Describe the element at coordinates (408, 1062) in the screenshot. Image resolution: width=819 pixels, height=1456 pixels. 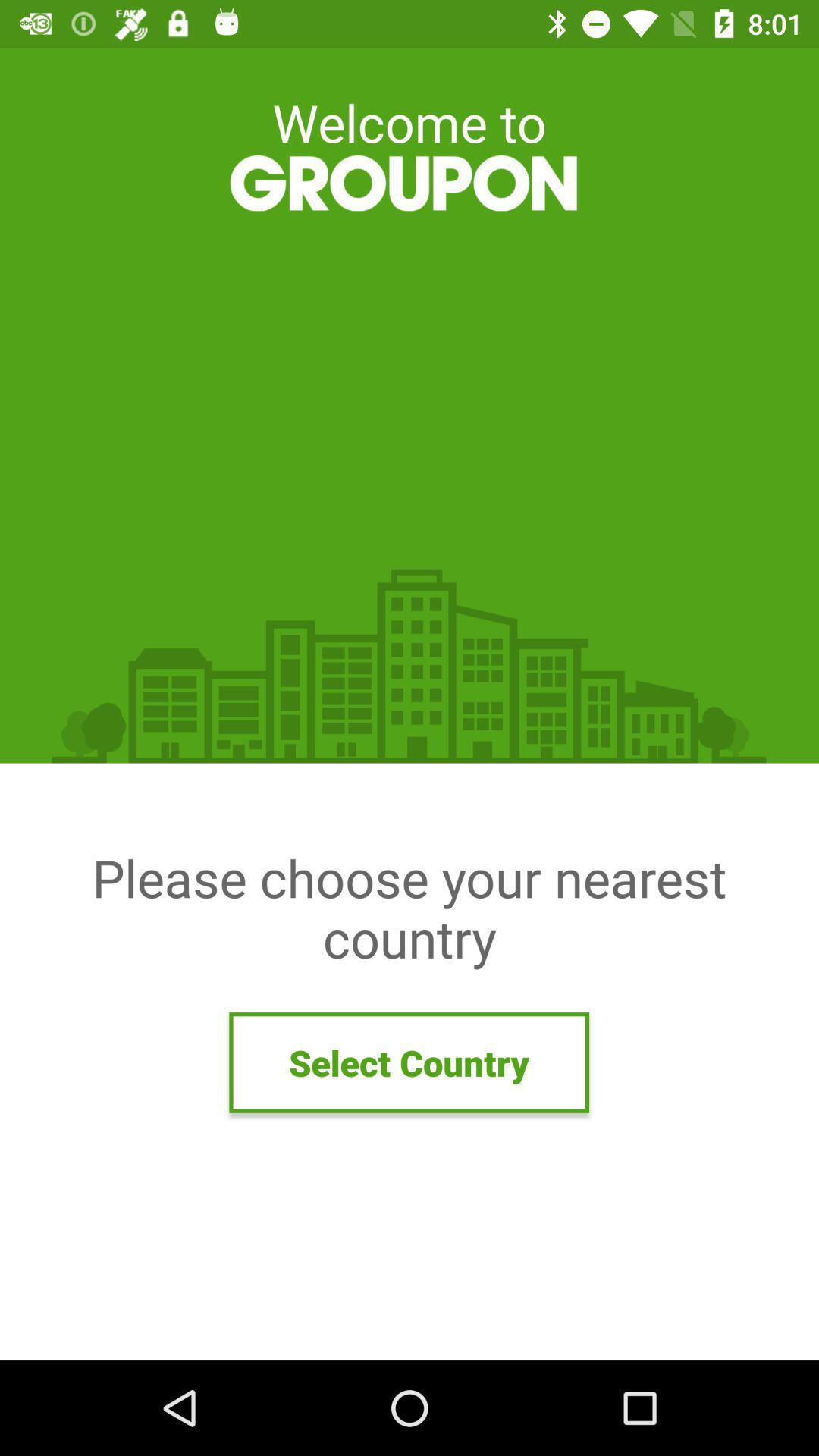
I see `the select country` at that location.